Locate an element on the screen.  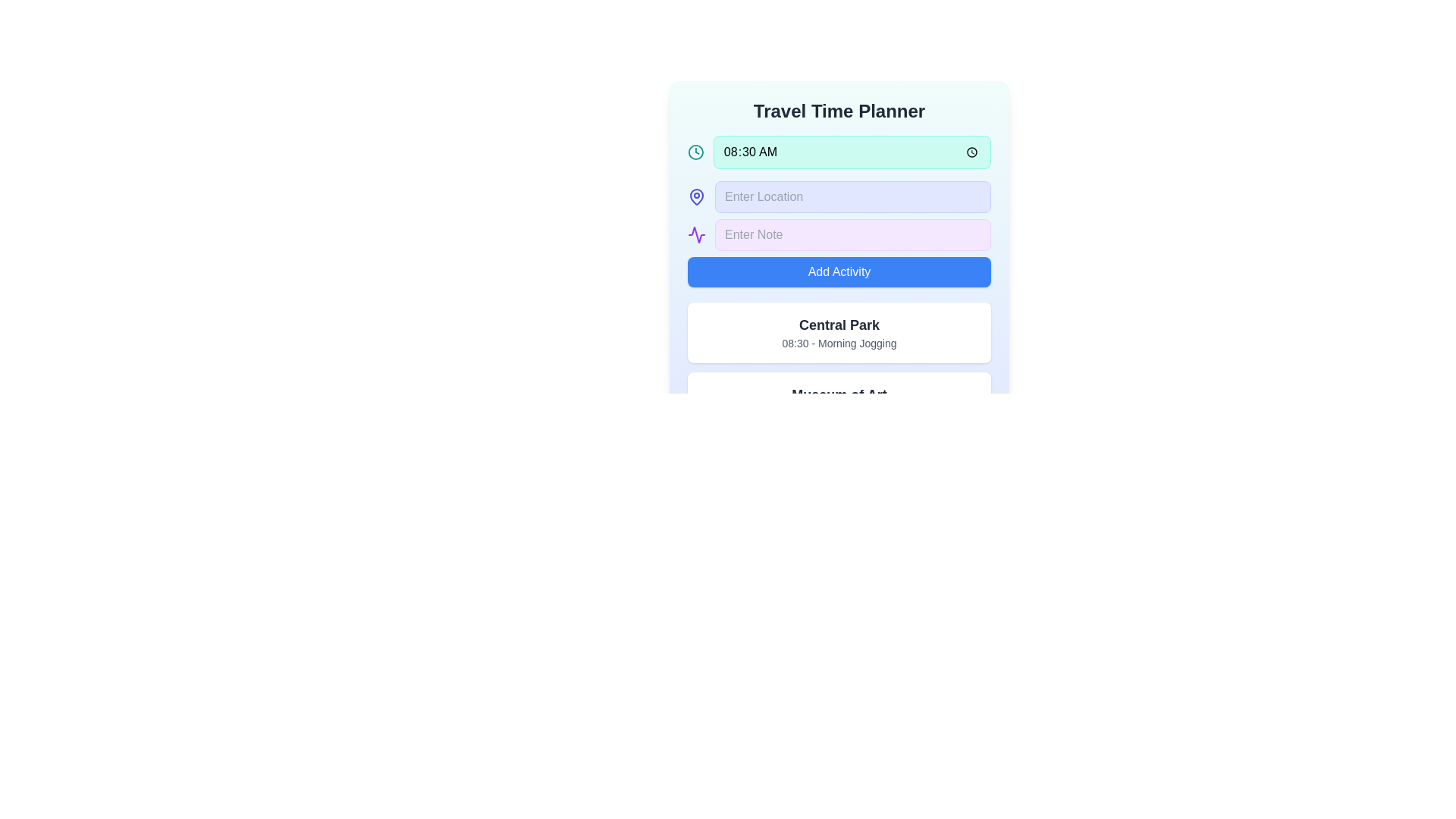
the location pin icon, which has a circular base and pointed bottom, located near the top left section of the interface adjacent to the 'Enter Location' text field is located at coordinates (695, 195).